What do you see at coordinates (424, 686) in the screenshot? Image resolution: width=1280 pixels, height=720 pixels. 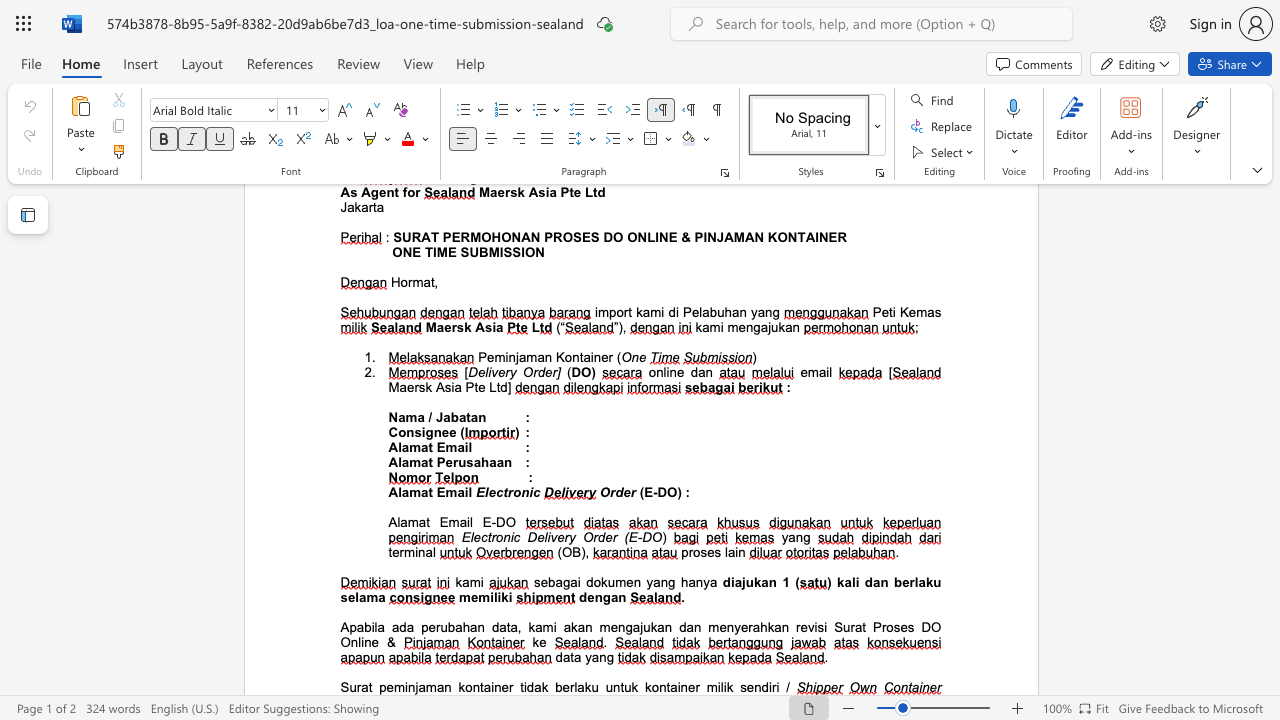 I see `the subset text "man kontainer tidak berlaku untuk kontainer milik" within the text "Surat peminjaman kontainer tidak berlaku untuk kontainer milik sendiri /"` at bounding box center [424, 686].